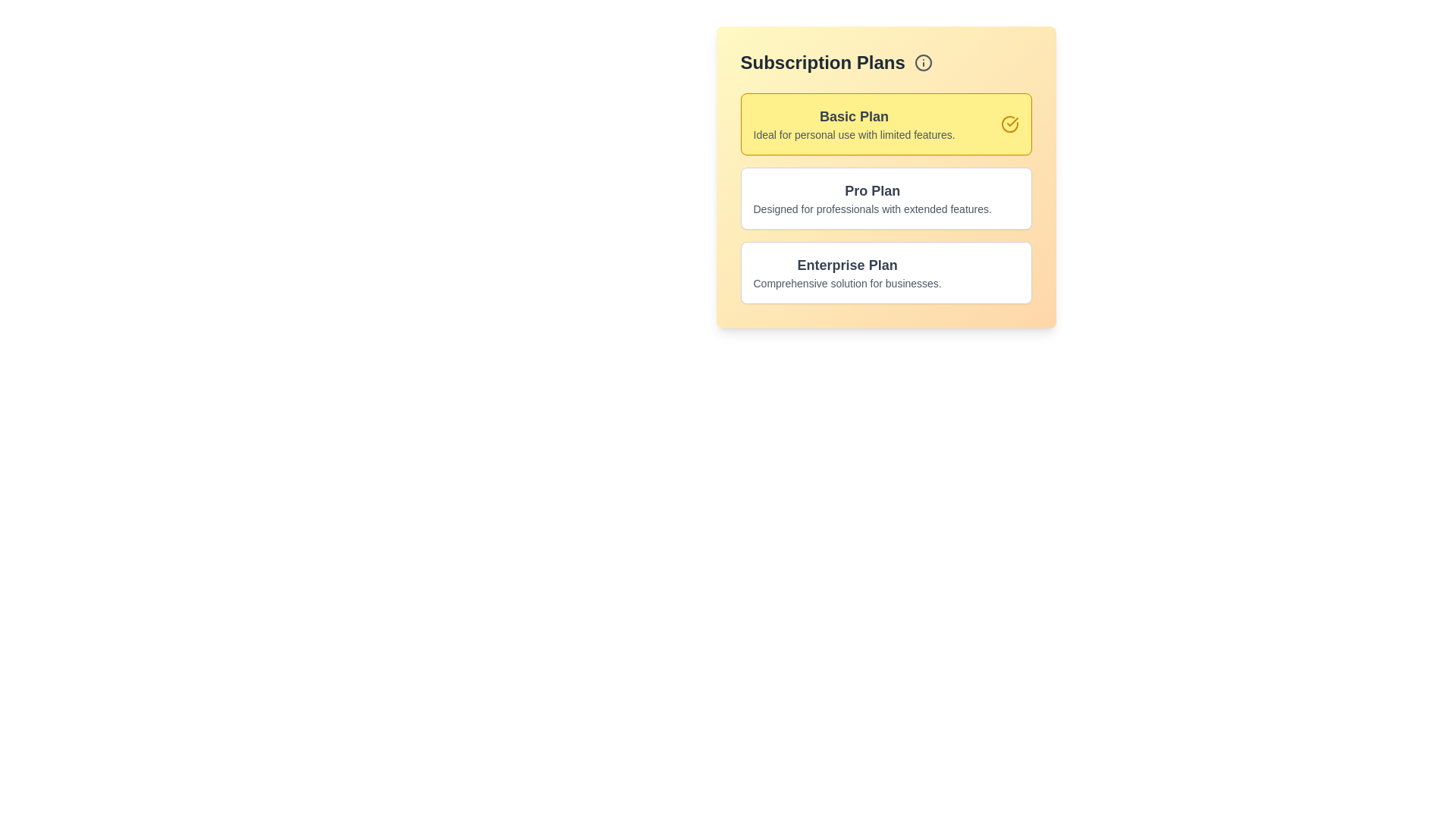 Image resolution: width=1456 pixels, height=819 pixels. Describe the element at coordinates (886, 198) in the screenshot. I see `the 'Pro Plan' subscription Information Card, which is the second option in a vertical list between 'Basic Plan' and 'Enterprise Plan'` at that location.